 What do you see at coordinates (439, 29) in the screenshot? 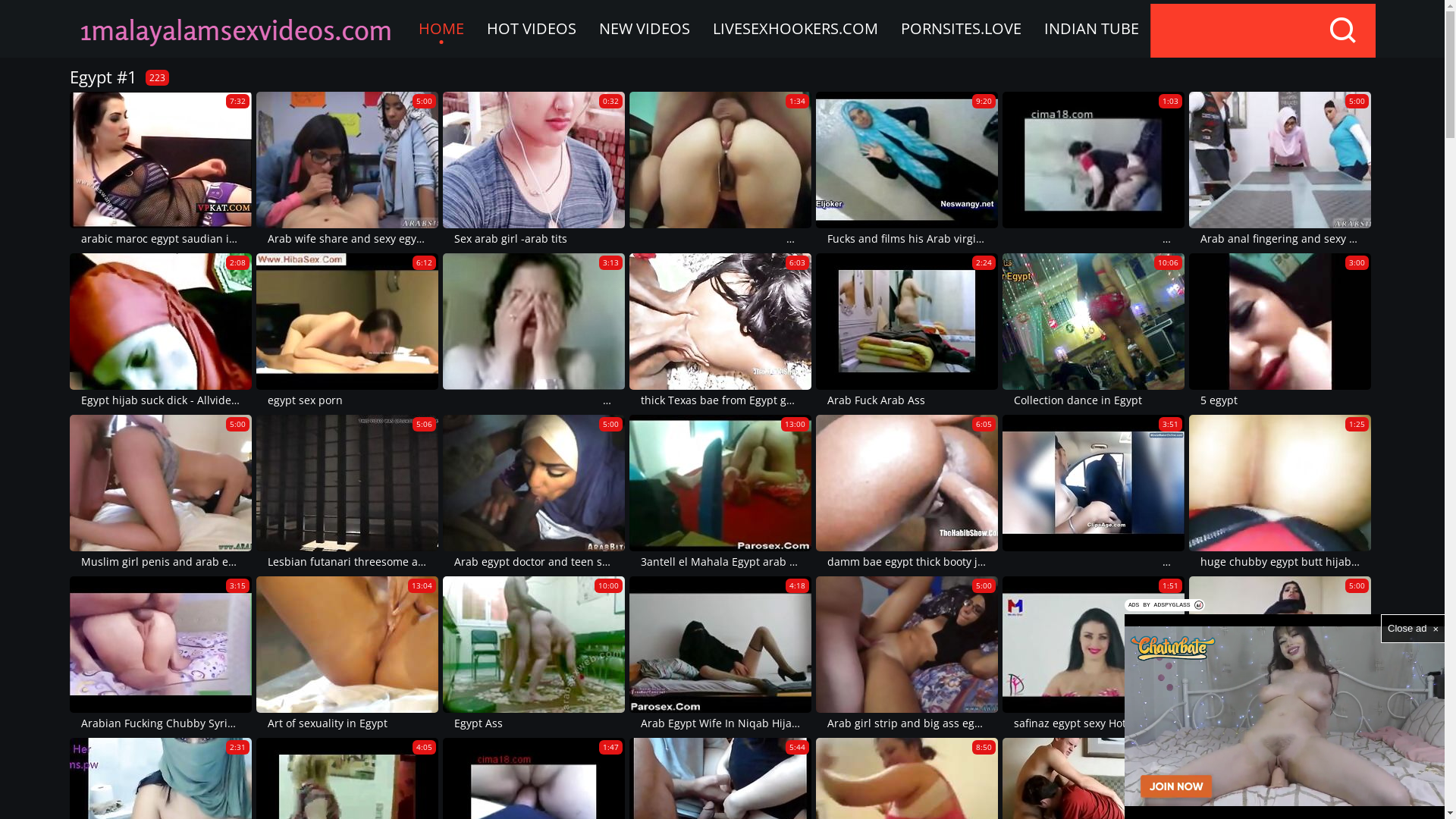
I see `'HOME'` at bounding box center [439, 29].